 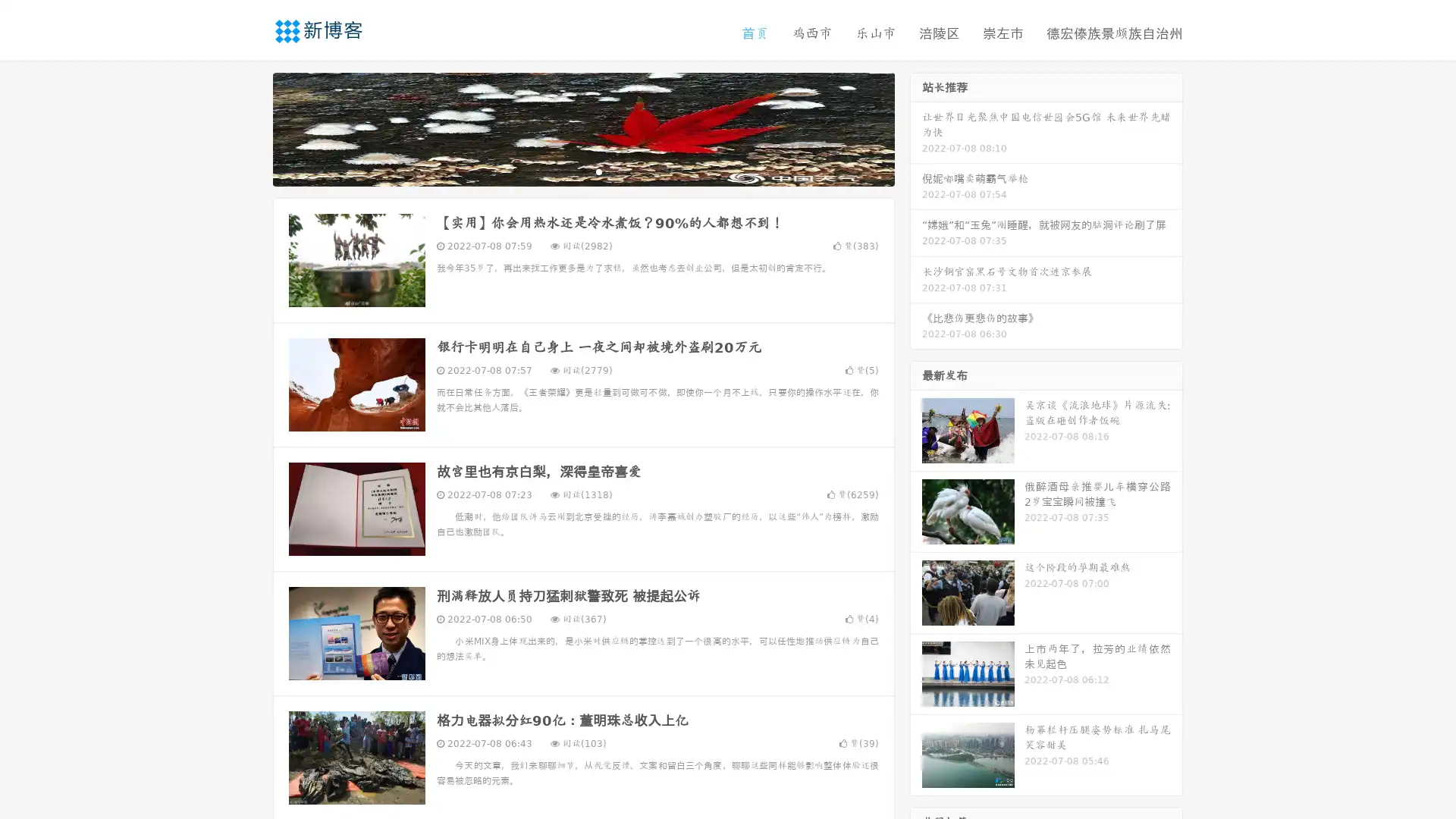 What do you see at coordinates (567, 171) in the screenshot?
I see `Go to slide 1` at bounding box center [567, 171].